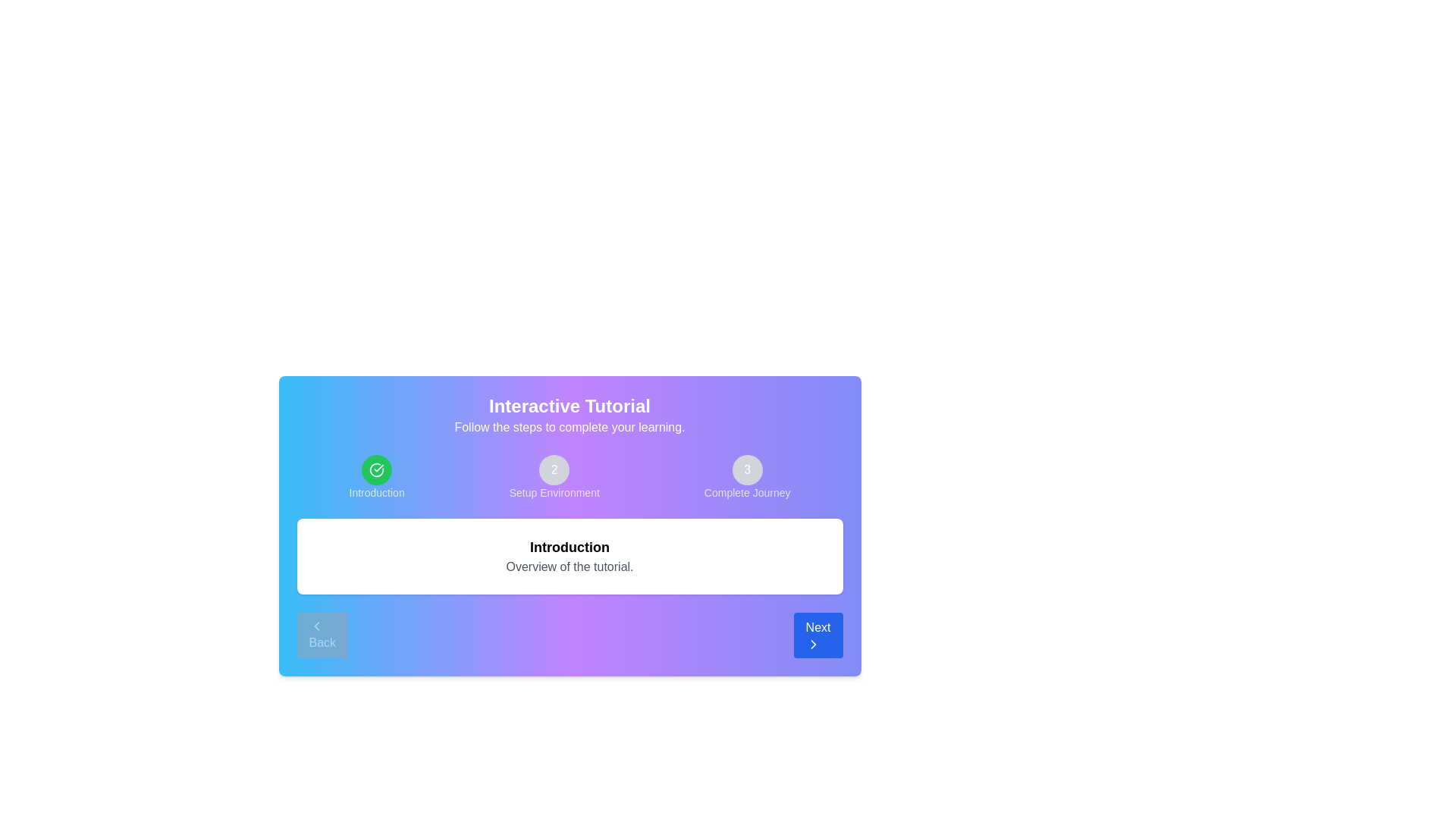  Describe the element at coordinates (817, 635) in the screenshot. I see `the 'Next' button to proceed to the next tutorial step` at that location.